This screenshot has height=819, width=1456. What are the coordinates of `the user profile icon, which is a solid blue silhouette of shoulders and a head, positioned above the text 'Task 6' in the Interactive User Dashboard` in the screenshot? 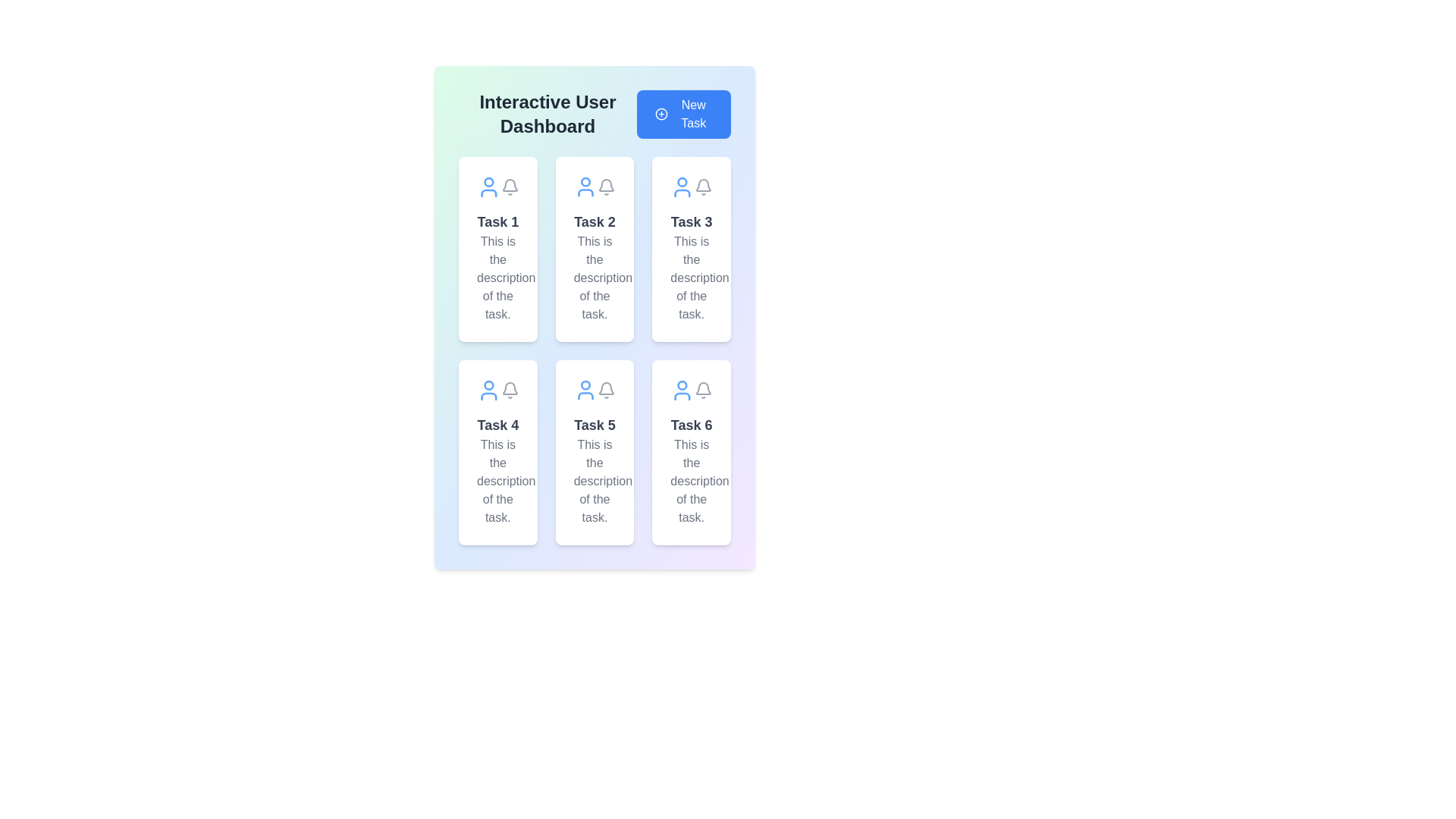 It's located at (682, 395).